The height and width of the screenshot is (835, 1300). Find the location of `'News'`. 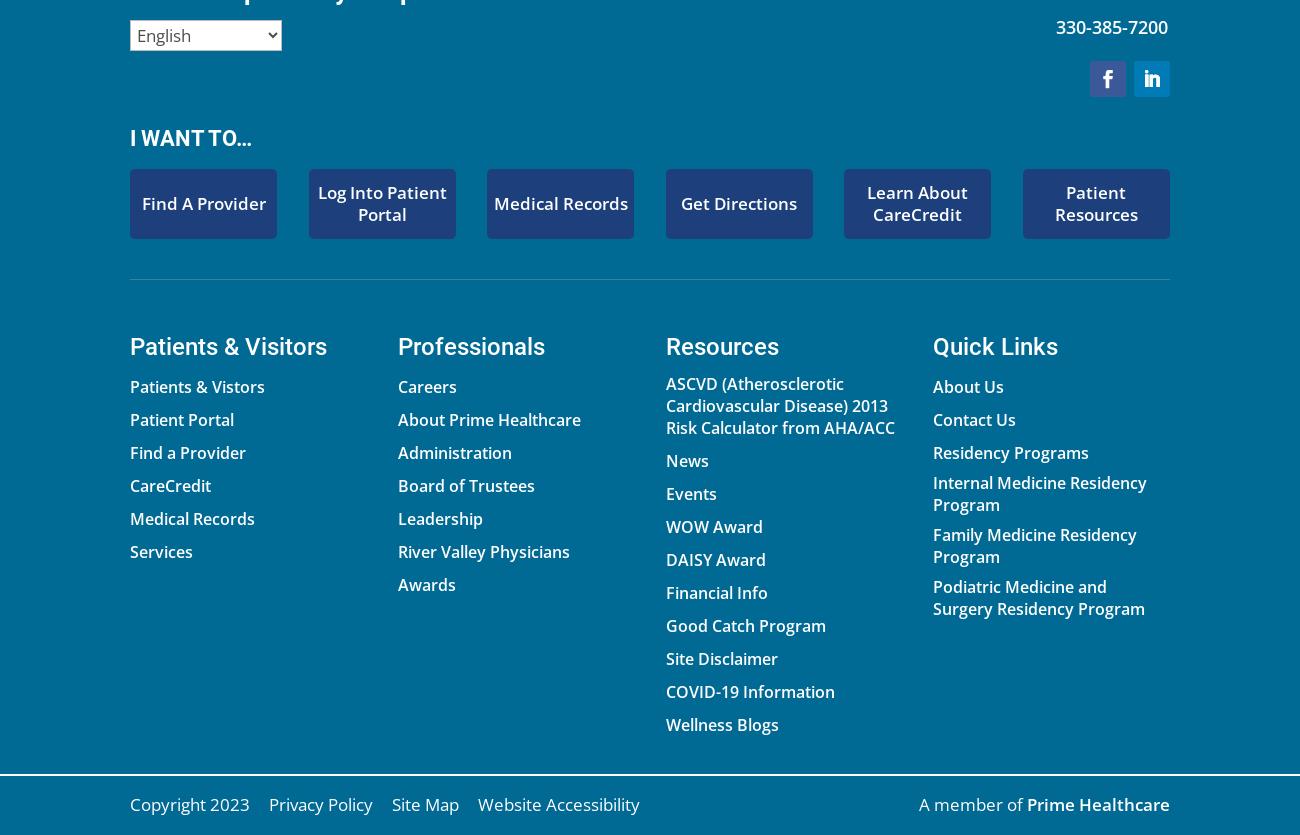

'News' is located at coordinates (685, 460).